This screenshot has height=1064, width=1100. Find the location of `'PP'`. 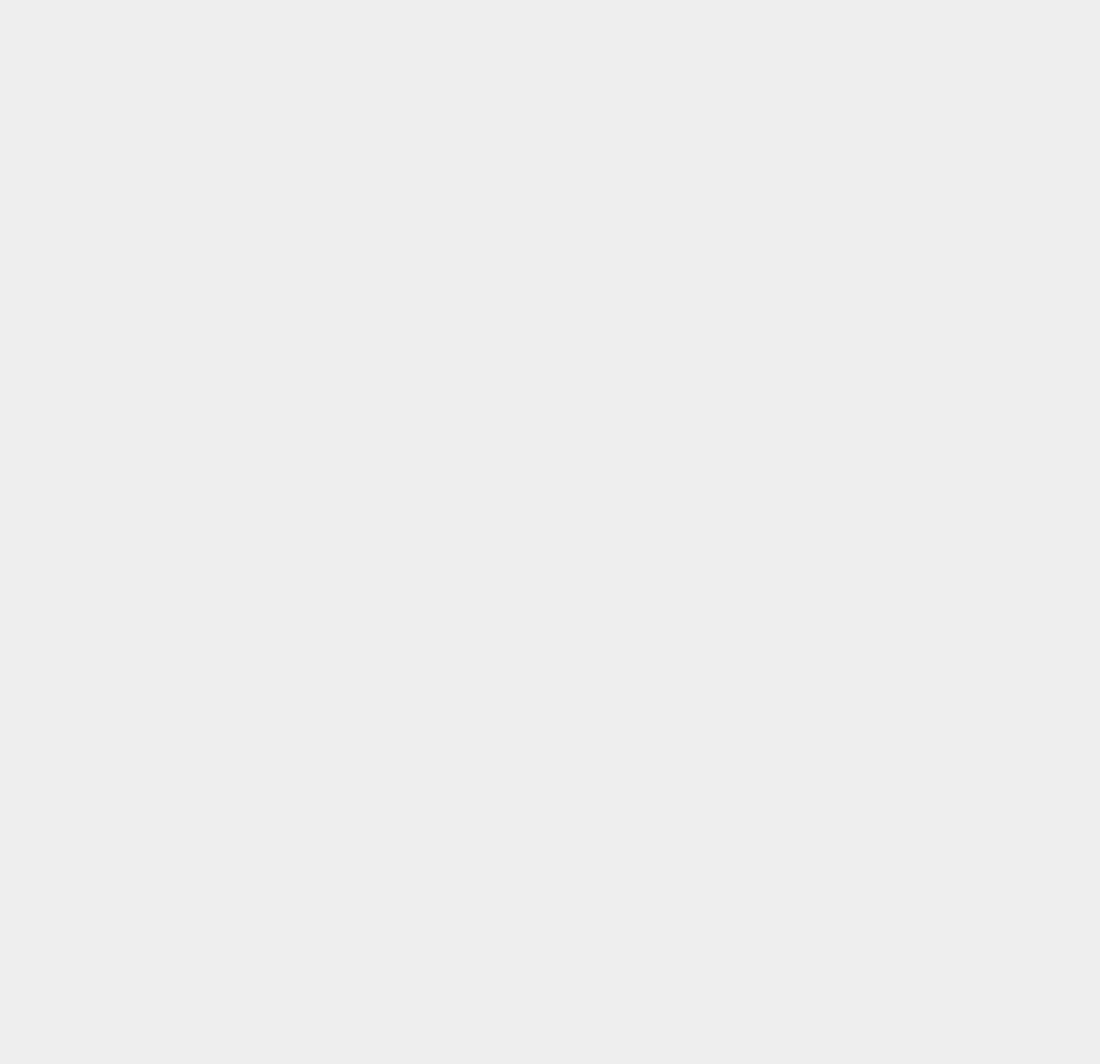

'PP' is located at coordinates (787, 531).